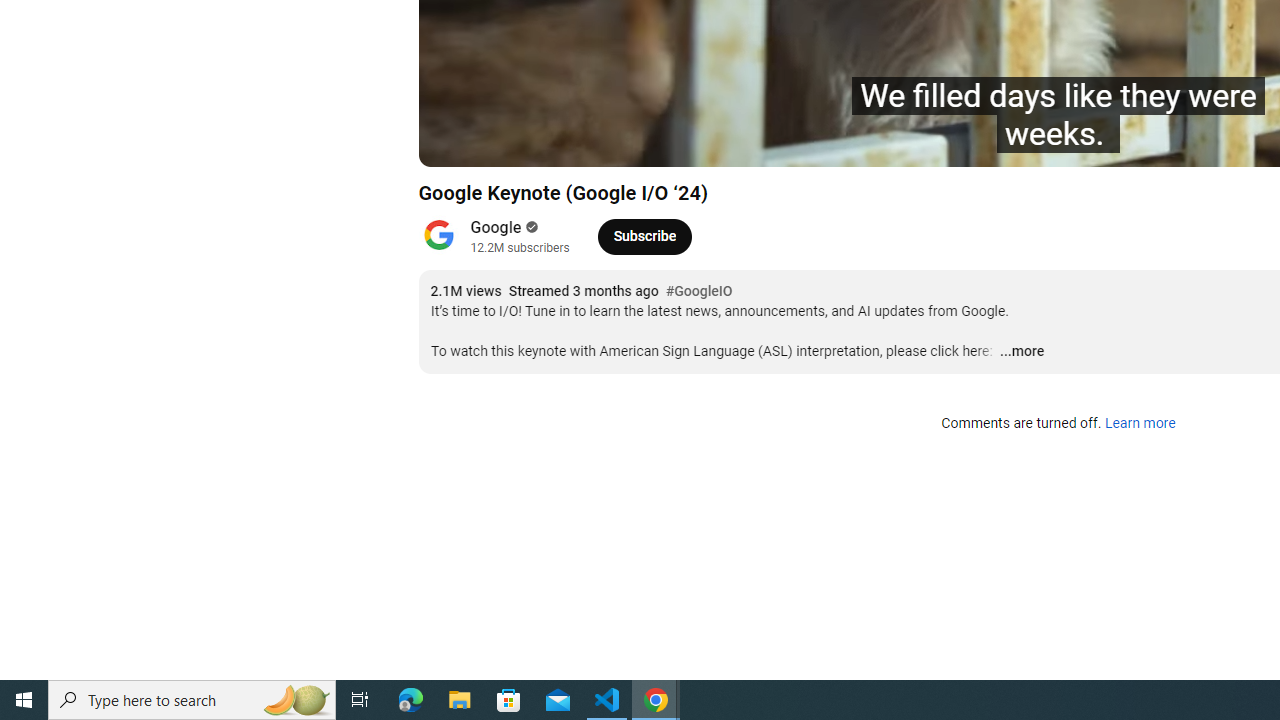 The width and height of the screenshot is (1280, 720). What do you see at coordinates (699, 291) in the screenshot?
I see `'#GoogleIO'` at bounding box center [699, 291].